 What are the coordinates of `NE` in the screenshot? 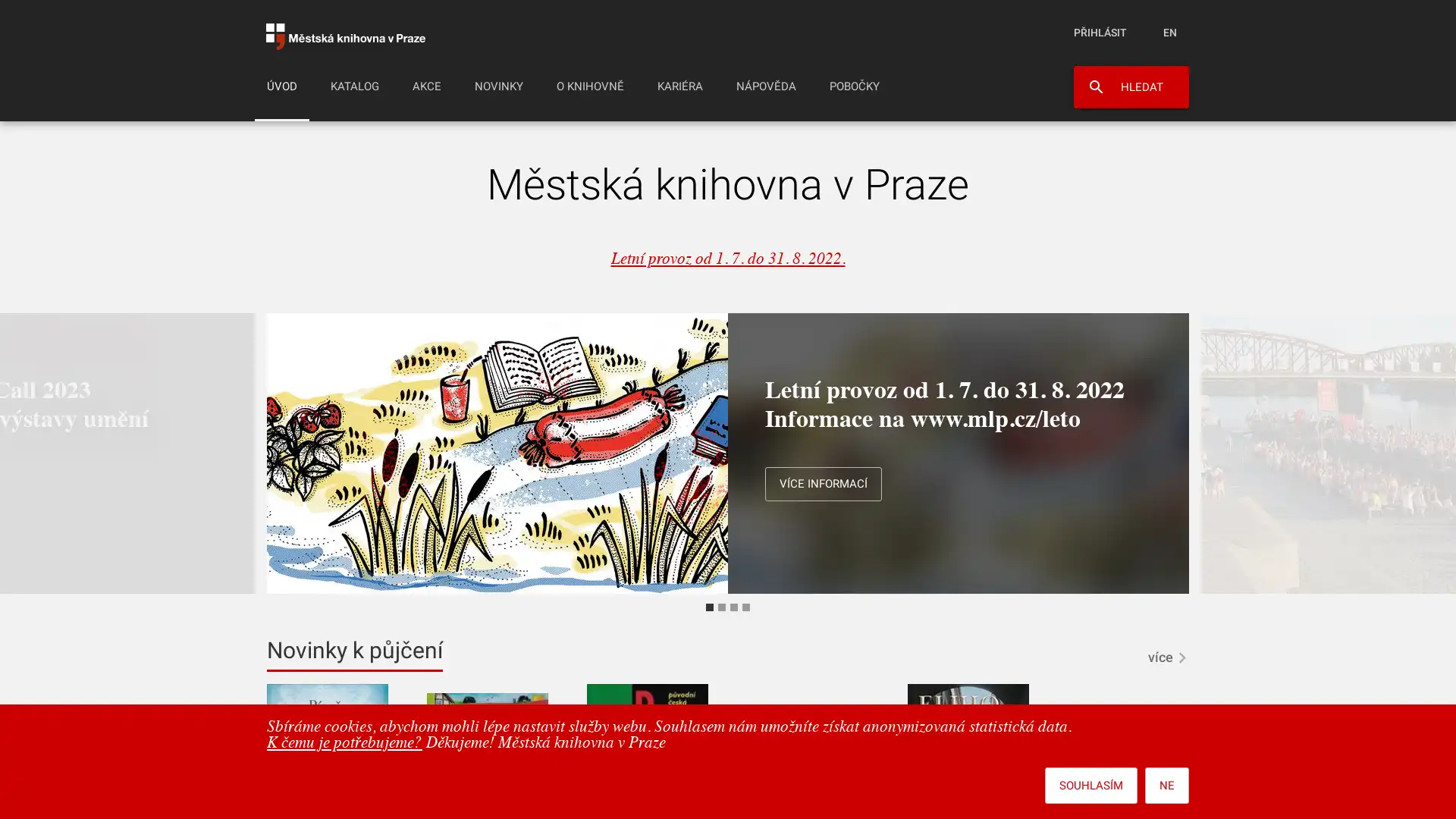 It's located at (1166, 785).